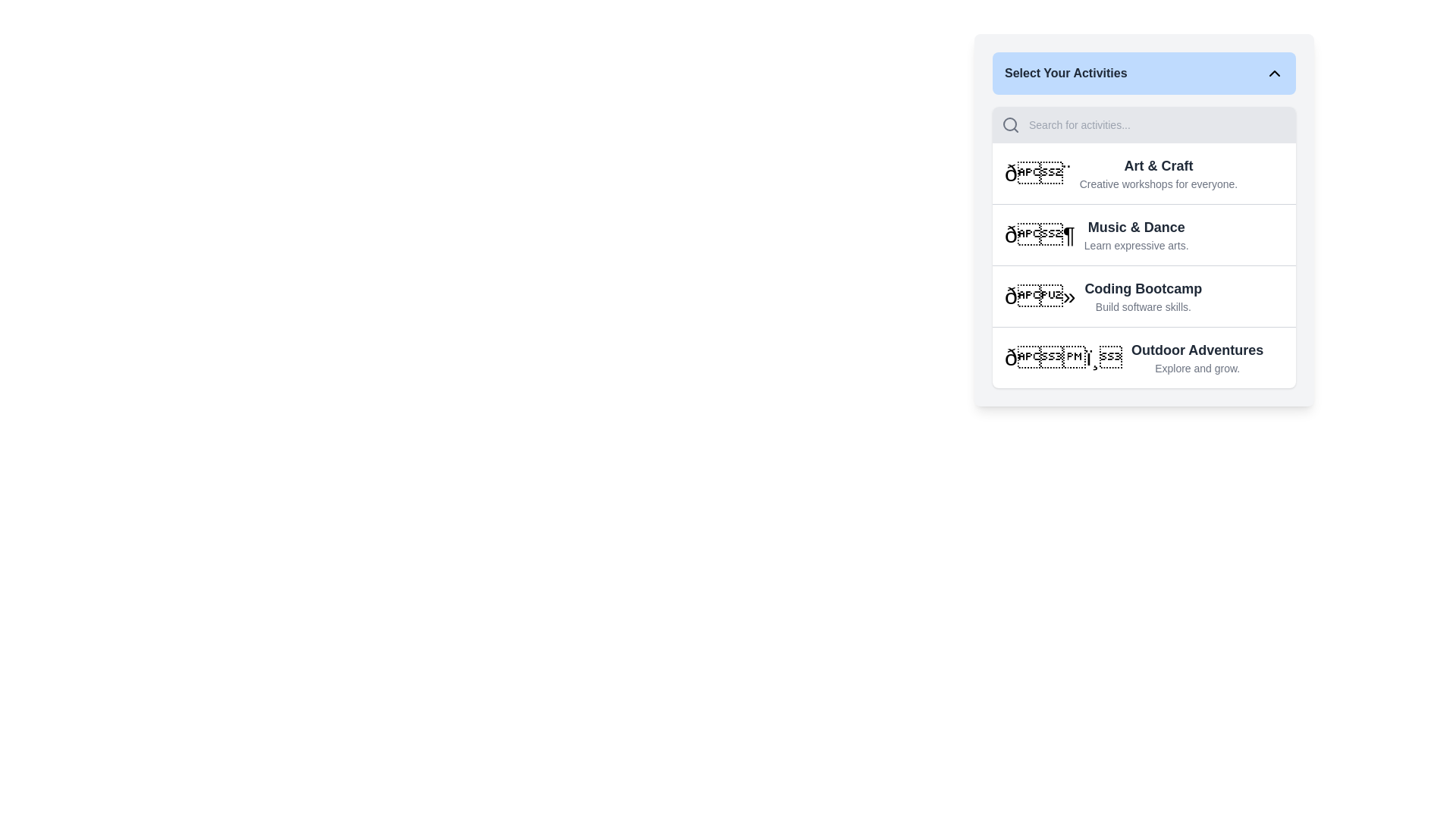  I want to click on text from the 'Outdoor Adventures' text block, which includes the heading 'Outdoor Adventures' and the subtitle 'Explore and grow.', so click(1197, 357).